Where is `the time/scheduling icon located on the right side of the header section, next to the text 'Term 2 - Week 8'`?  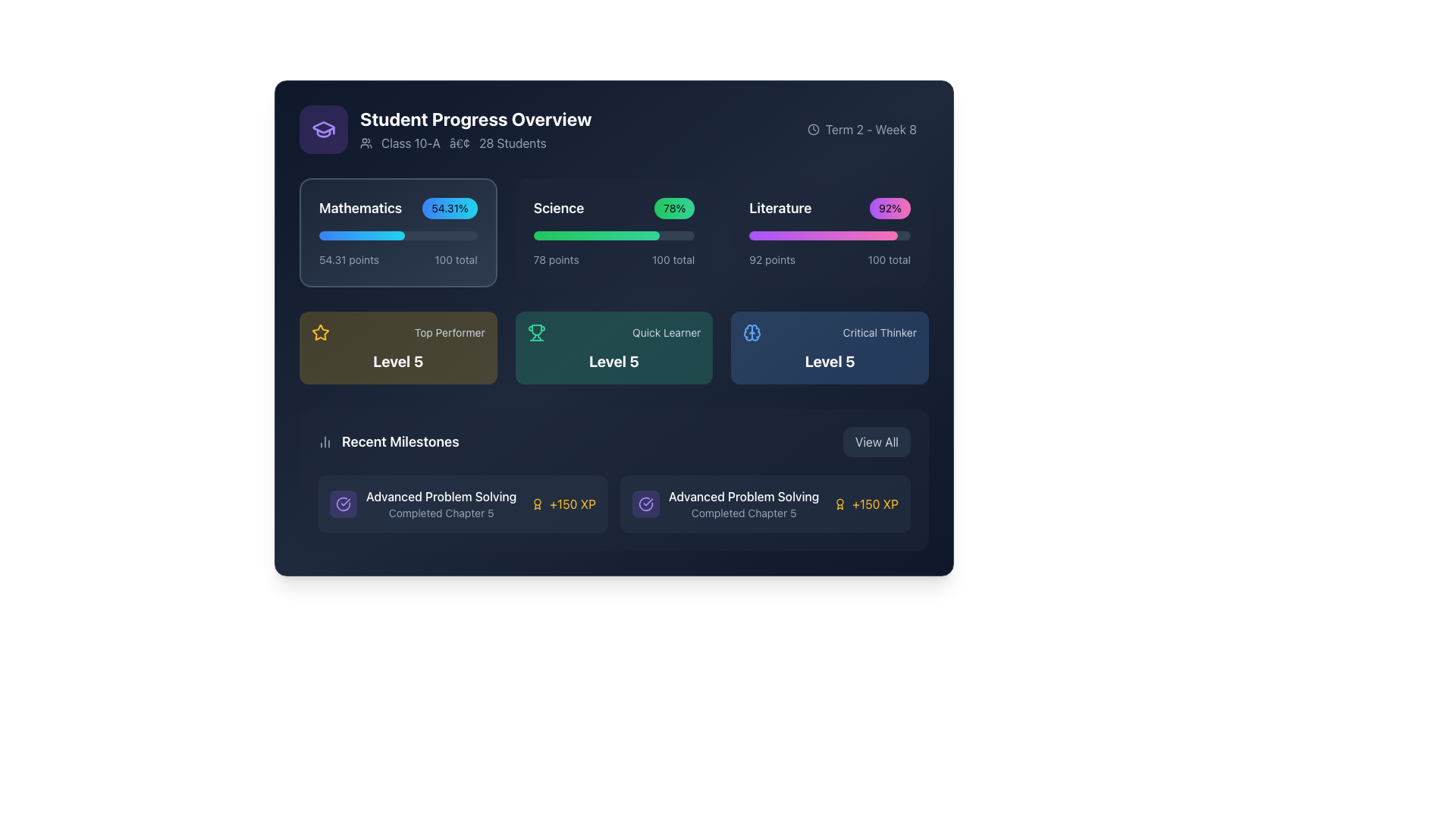
the time/scheduling icon located on the right side of the header section, next to the text 'Term 2 - Week 8' is located at coordinates (812, 128).